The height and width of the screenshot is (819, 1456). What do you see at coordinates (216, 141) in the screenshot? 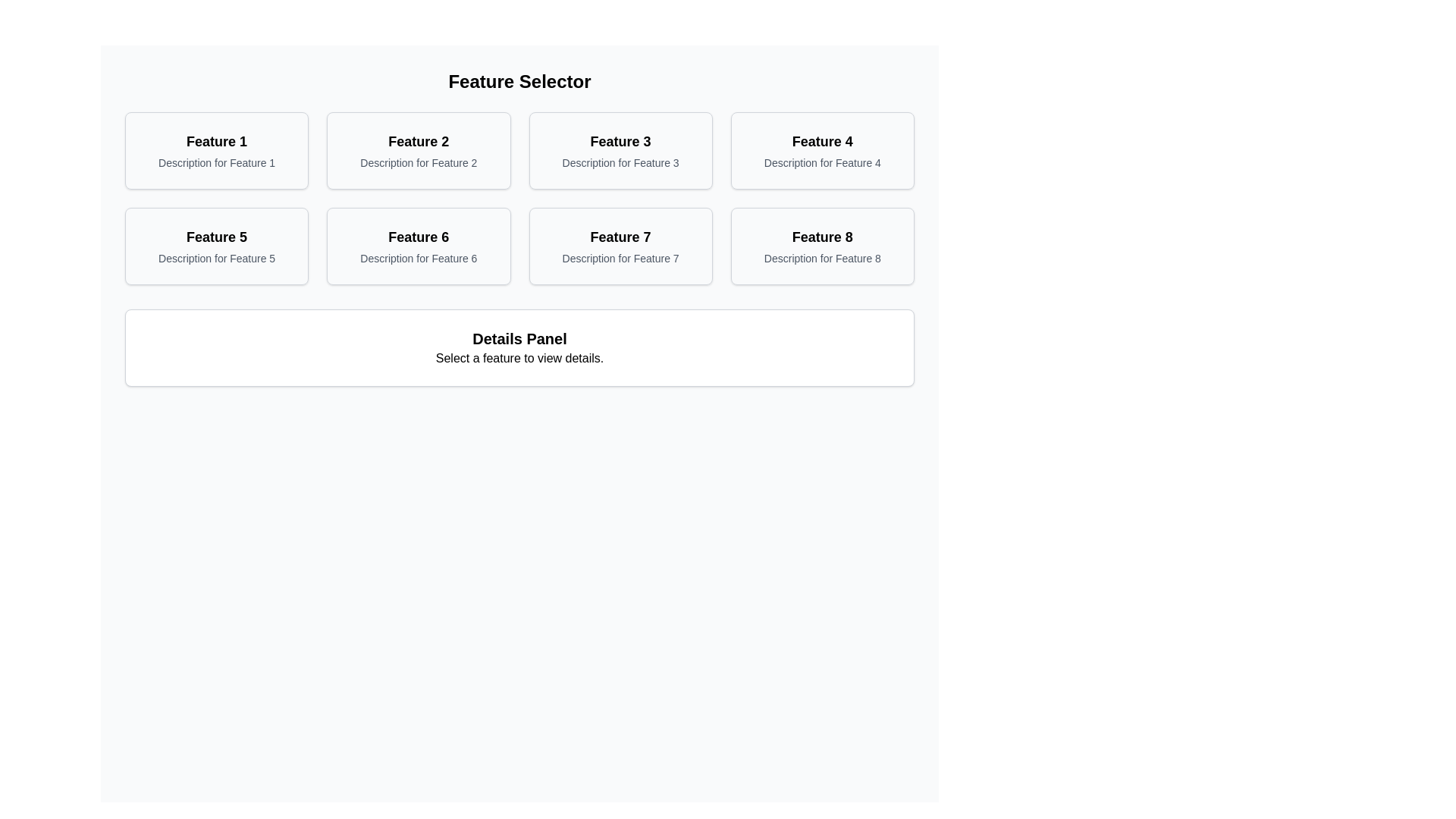
I see `the primary text label indicating 'Feature 1' in the top-left portion of the feature description card` at bounding box center [216, 141].